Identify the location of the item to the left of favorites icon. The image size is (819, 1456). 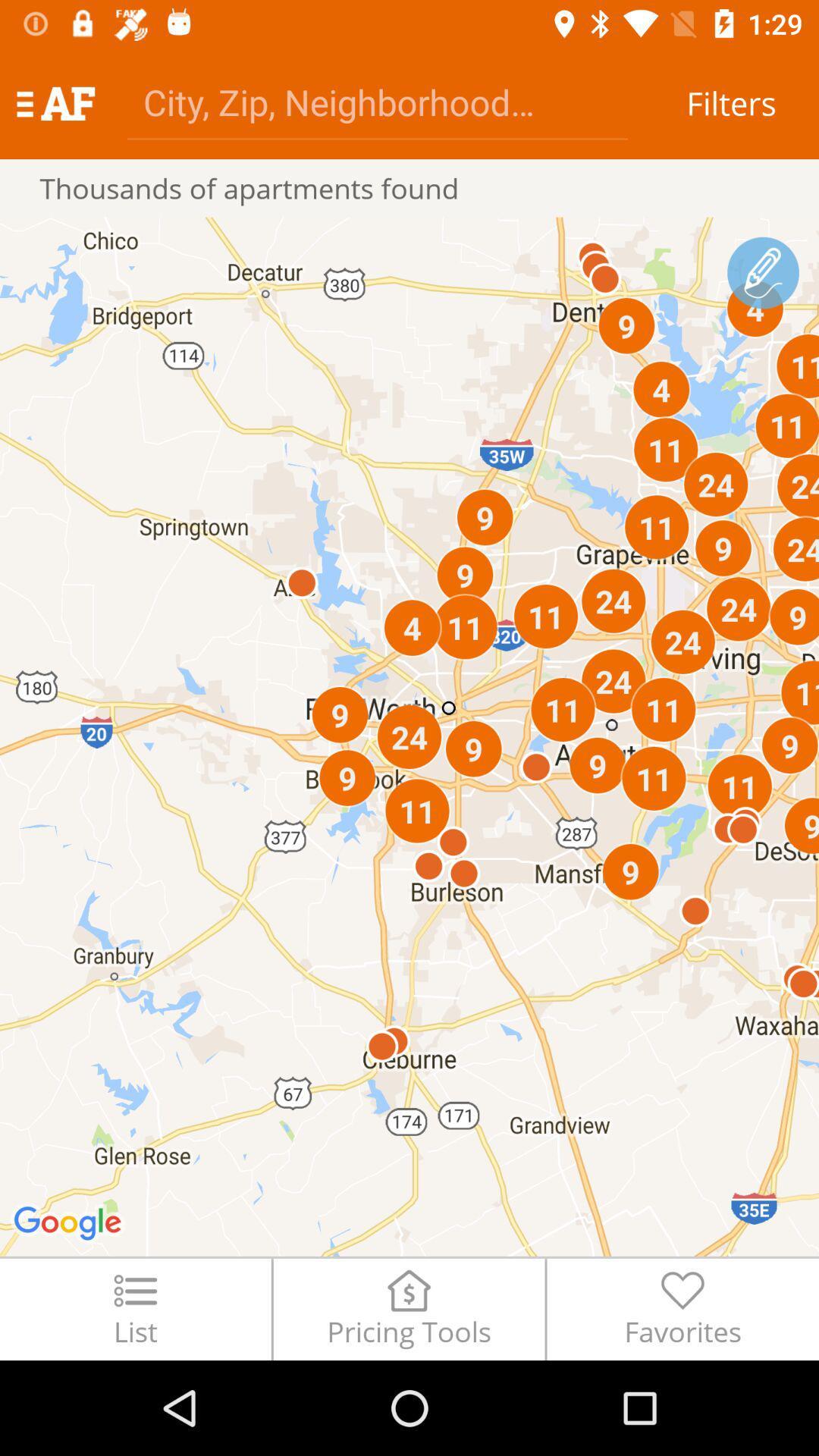
(408, 1308).